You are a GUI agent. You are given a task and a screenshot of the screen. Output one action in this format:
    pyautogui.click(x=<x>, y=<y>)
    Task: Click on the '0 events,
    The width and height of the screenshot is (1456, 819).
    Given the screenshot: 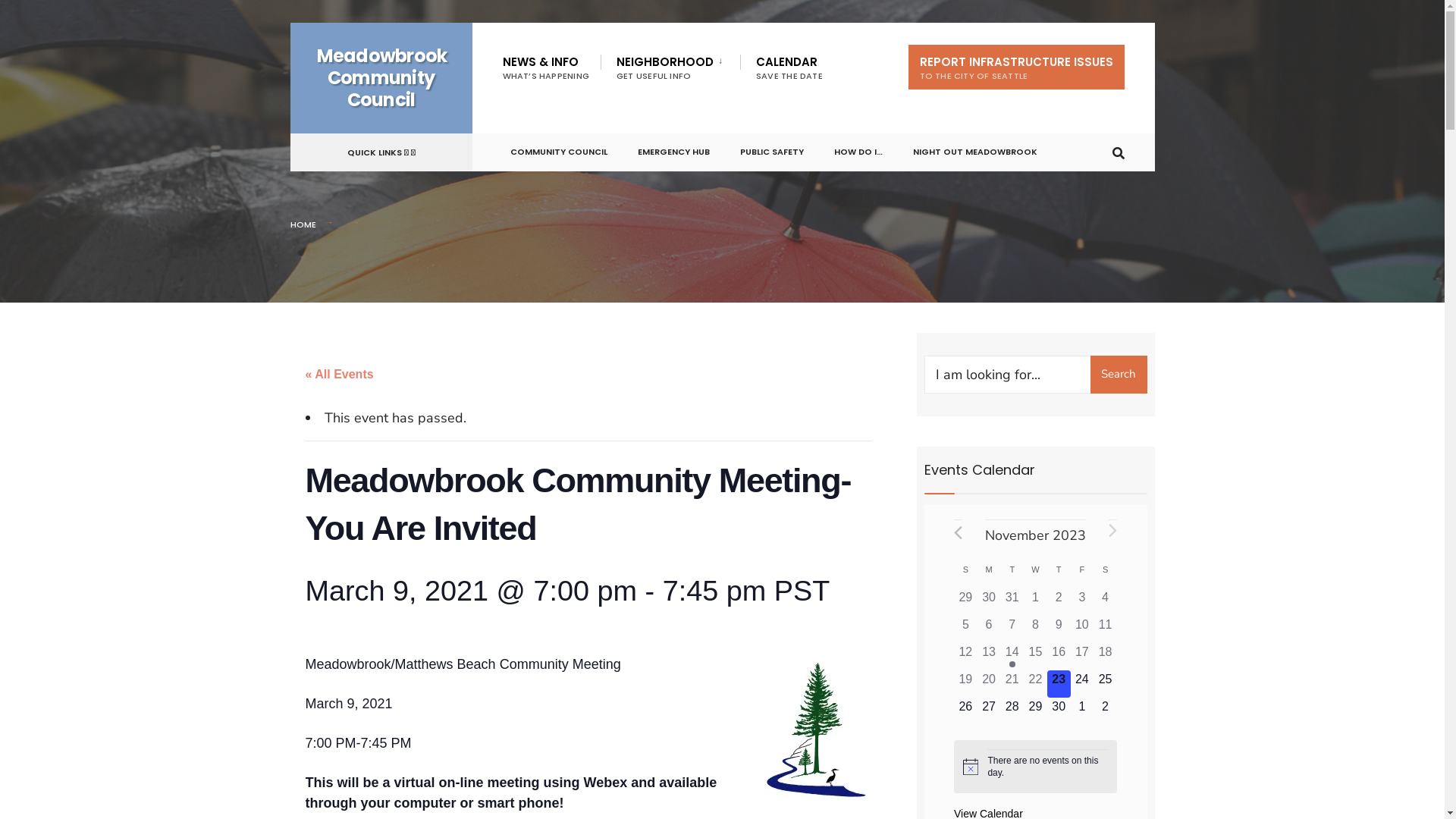 What is the action you would take?
    pyautogui.click(x=1058, y=711)
    